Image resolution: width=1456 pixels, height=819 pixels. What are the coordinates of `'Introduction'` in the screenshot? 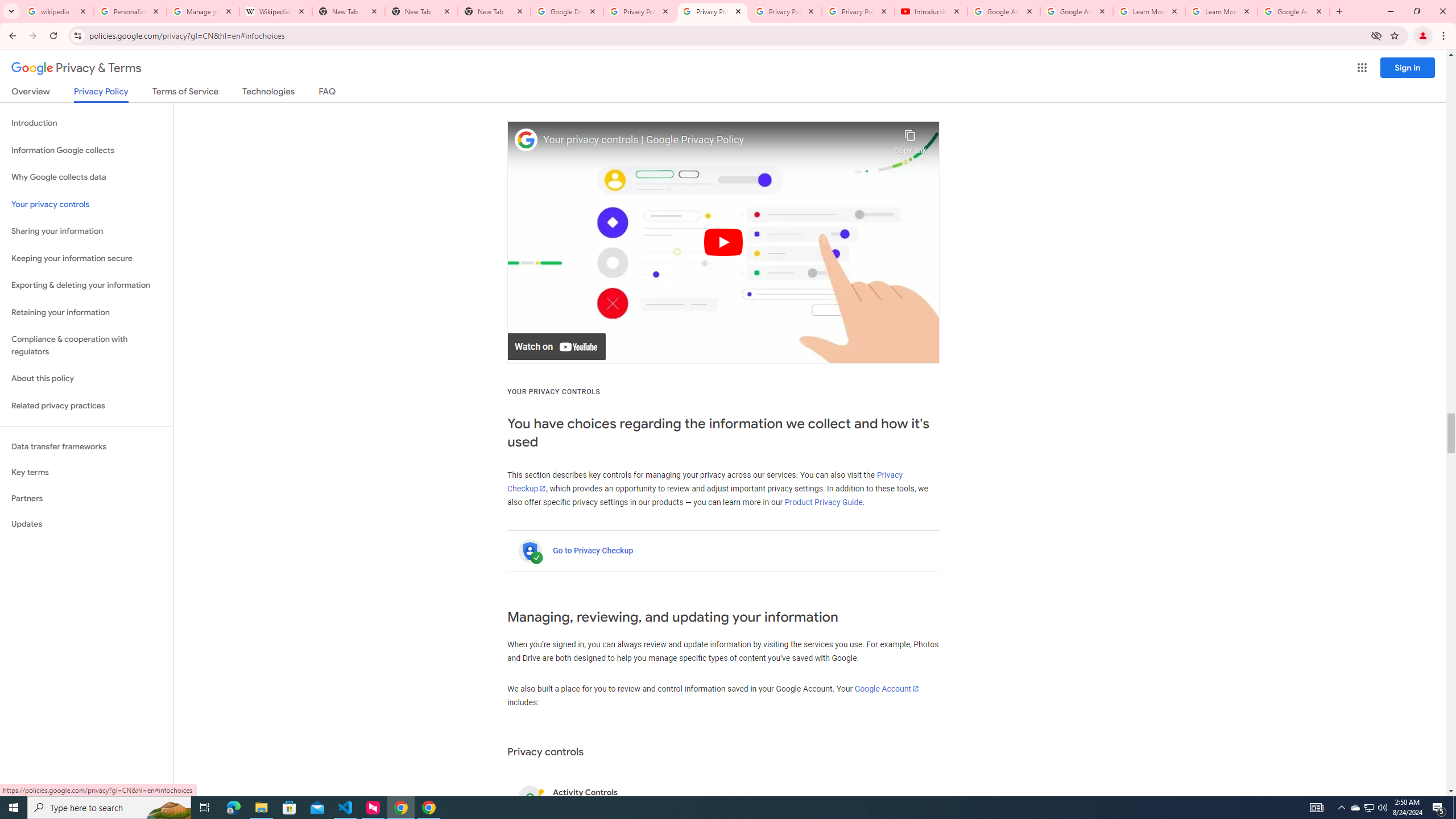 It's located at (86, 122).